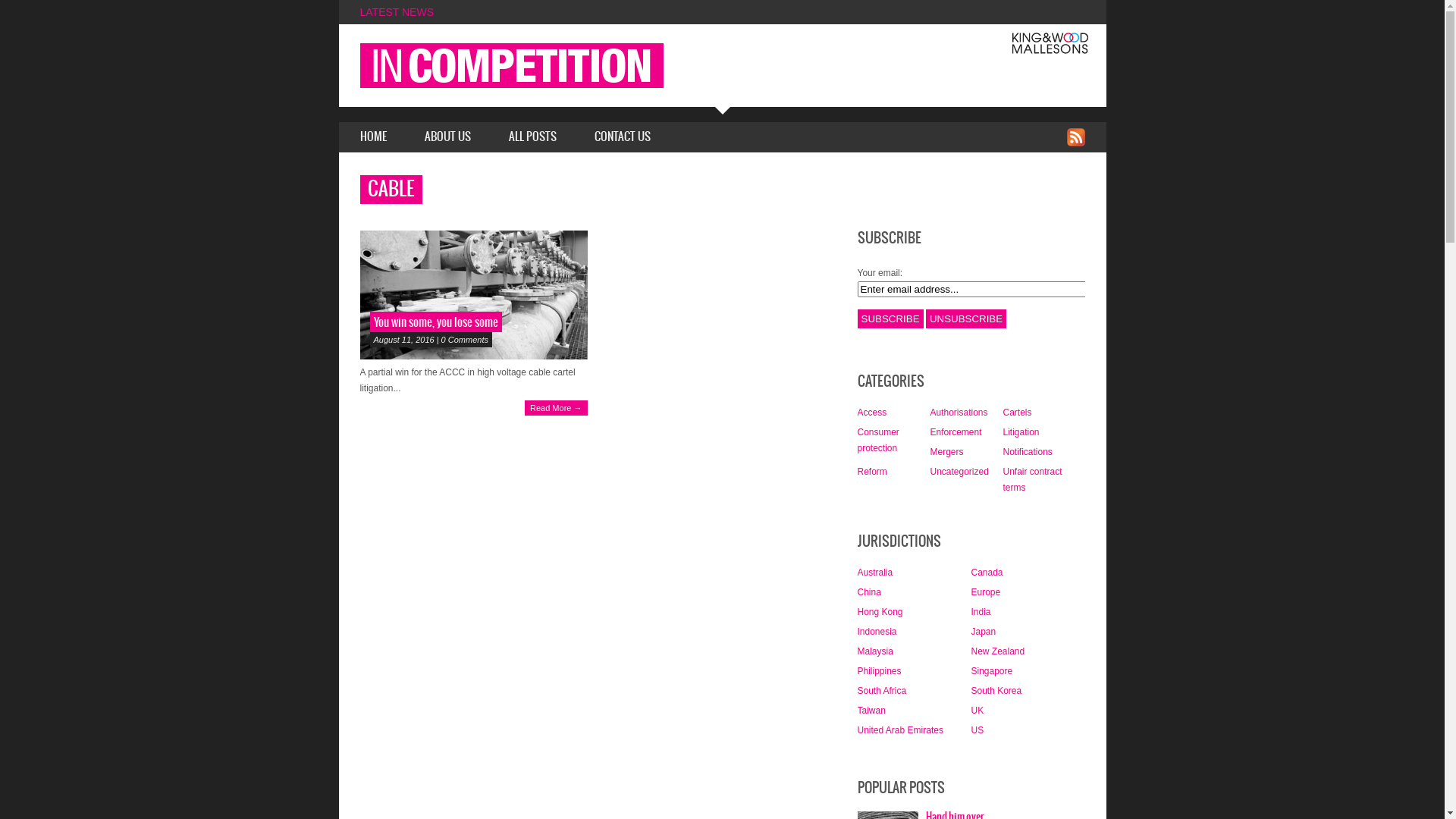 Image resolution: width=1456 pixels, height=819 pixels. Describe the element at coordinates (971, 651) in the screenshot. I see `'New Zealand'` at that location.